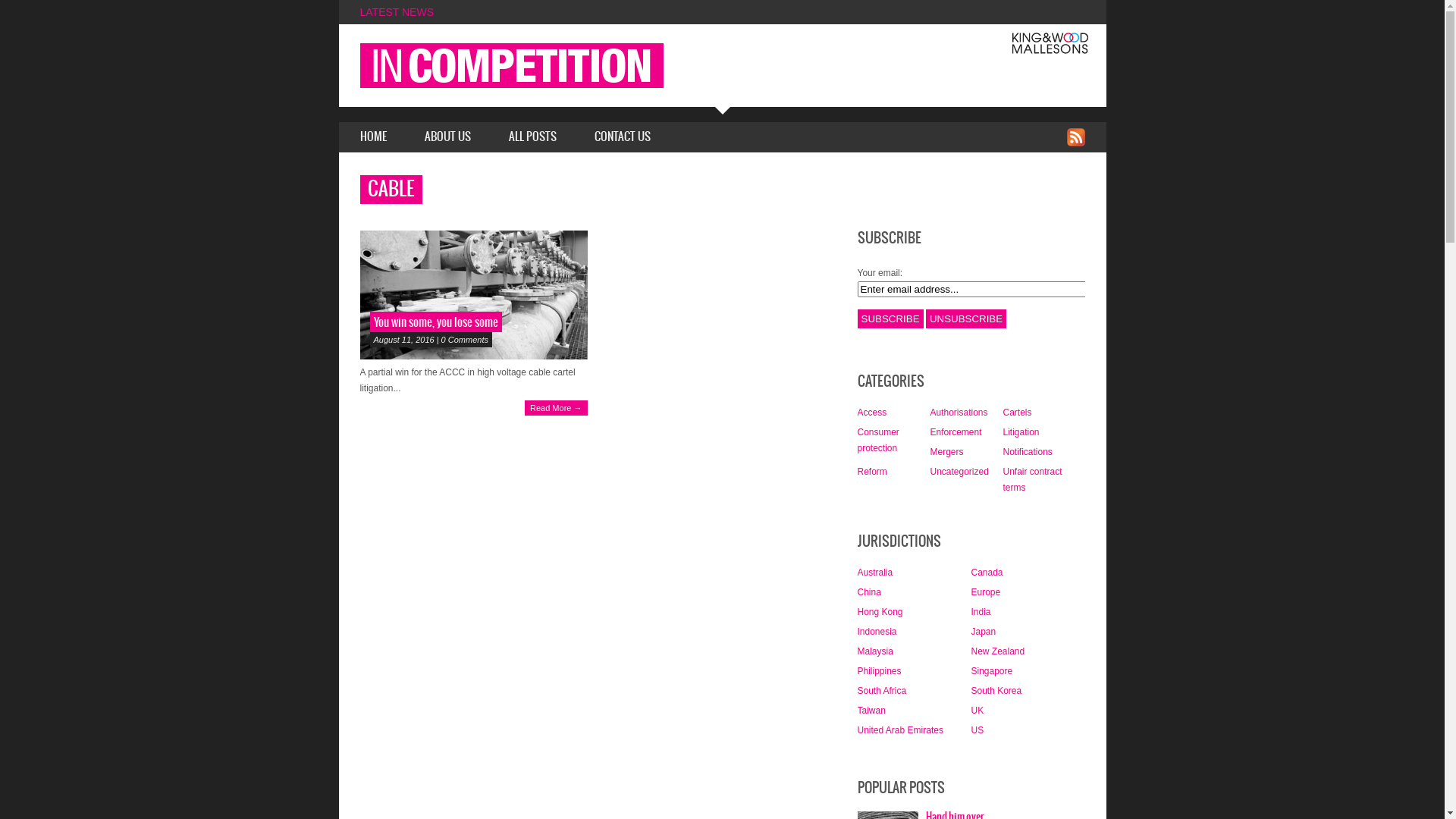 Image resolution: width=1456 pixels, height=819 pixels. Describe the element at coordinates (971, 651) in the screenshot. I see `'New Zealand'` at that location.